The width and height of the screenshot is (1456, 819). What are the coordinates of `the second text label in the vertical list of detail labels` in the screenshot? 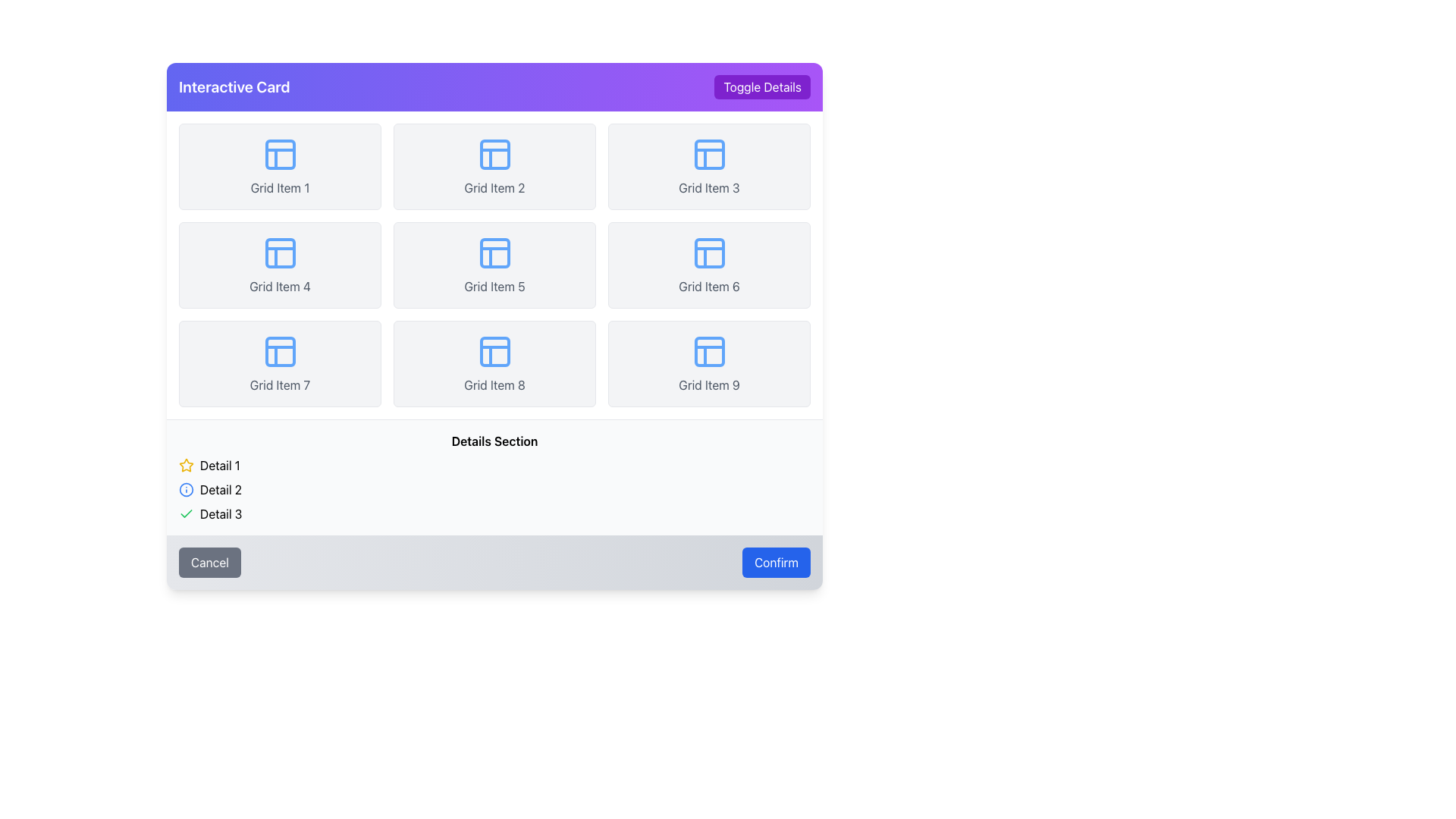 It's located at (220, 489).